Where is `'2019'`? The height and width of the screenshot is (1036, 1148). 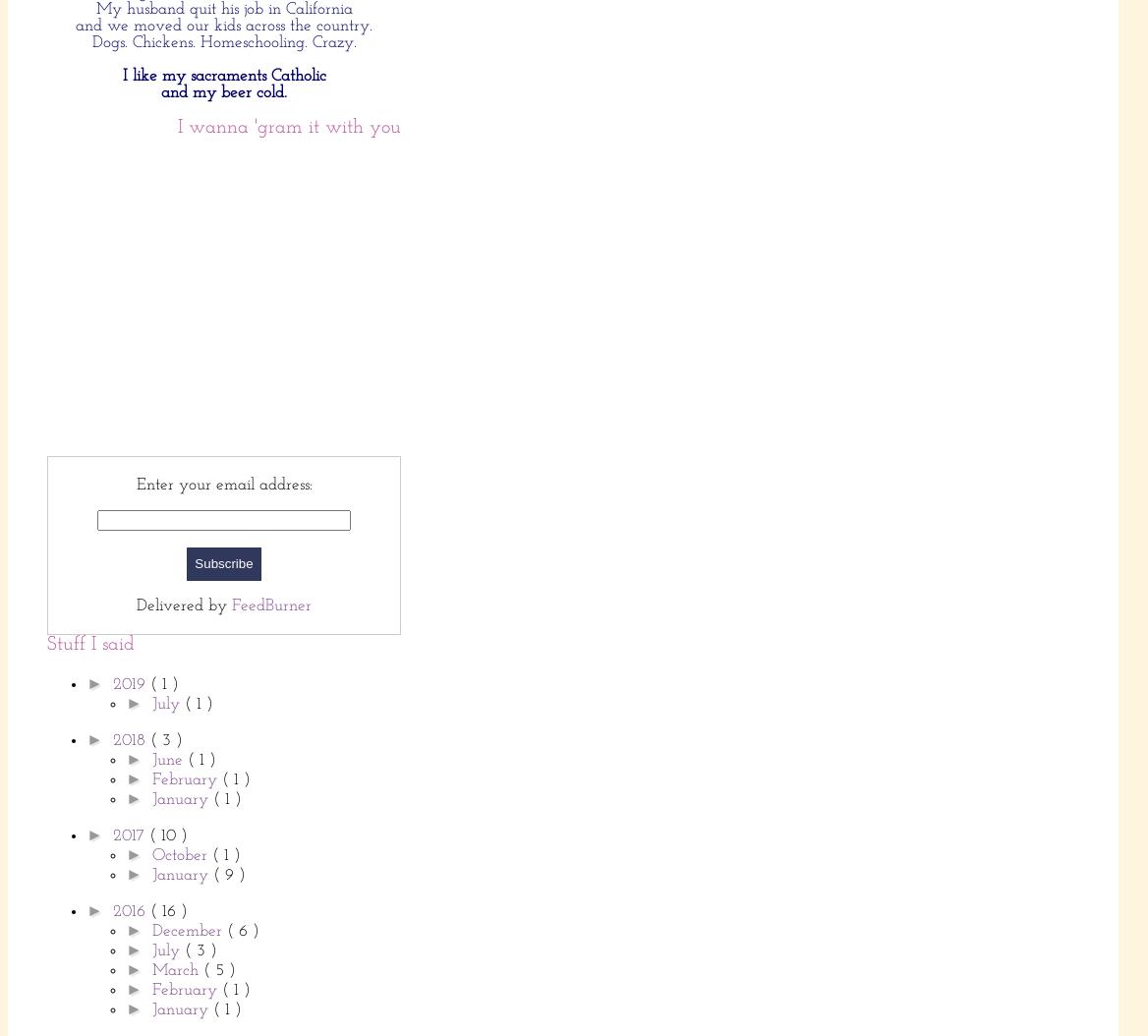
'2019' is located at coordinates (110, 682).